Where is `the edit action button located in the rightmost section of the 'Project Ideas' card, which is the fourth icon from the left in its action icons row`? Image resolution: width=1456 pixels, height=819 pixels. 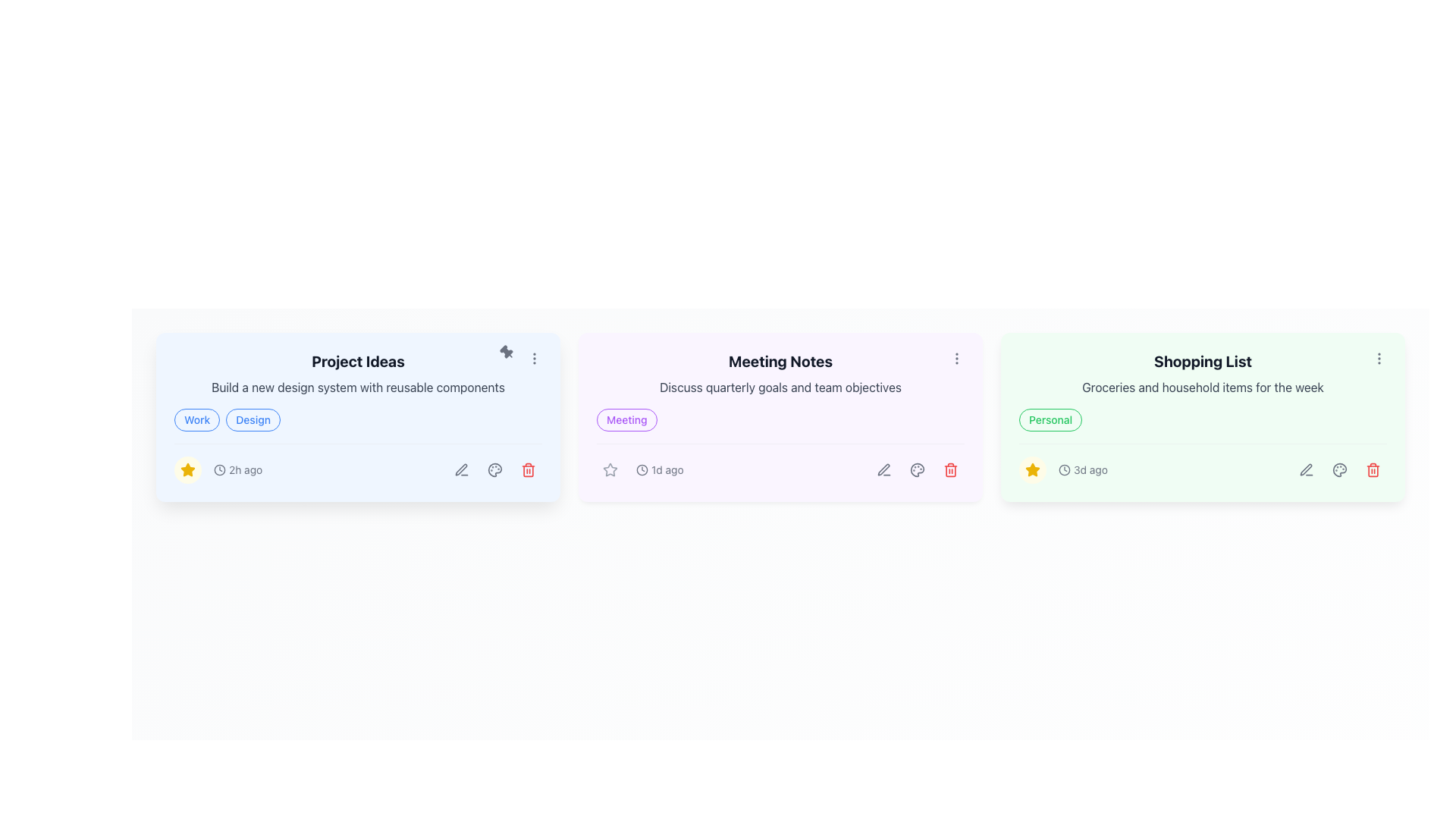
the edit action button located in the rightmost section of the 'Project Ideas' card, which is the fourth icon from the left in its action icons row is located at coordinates (460, 469).